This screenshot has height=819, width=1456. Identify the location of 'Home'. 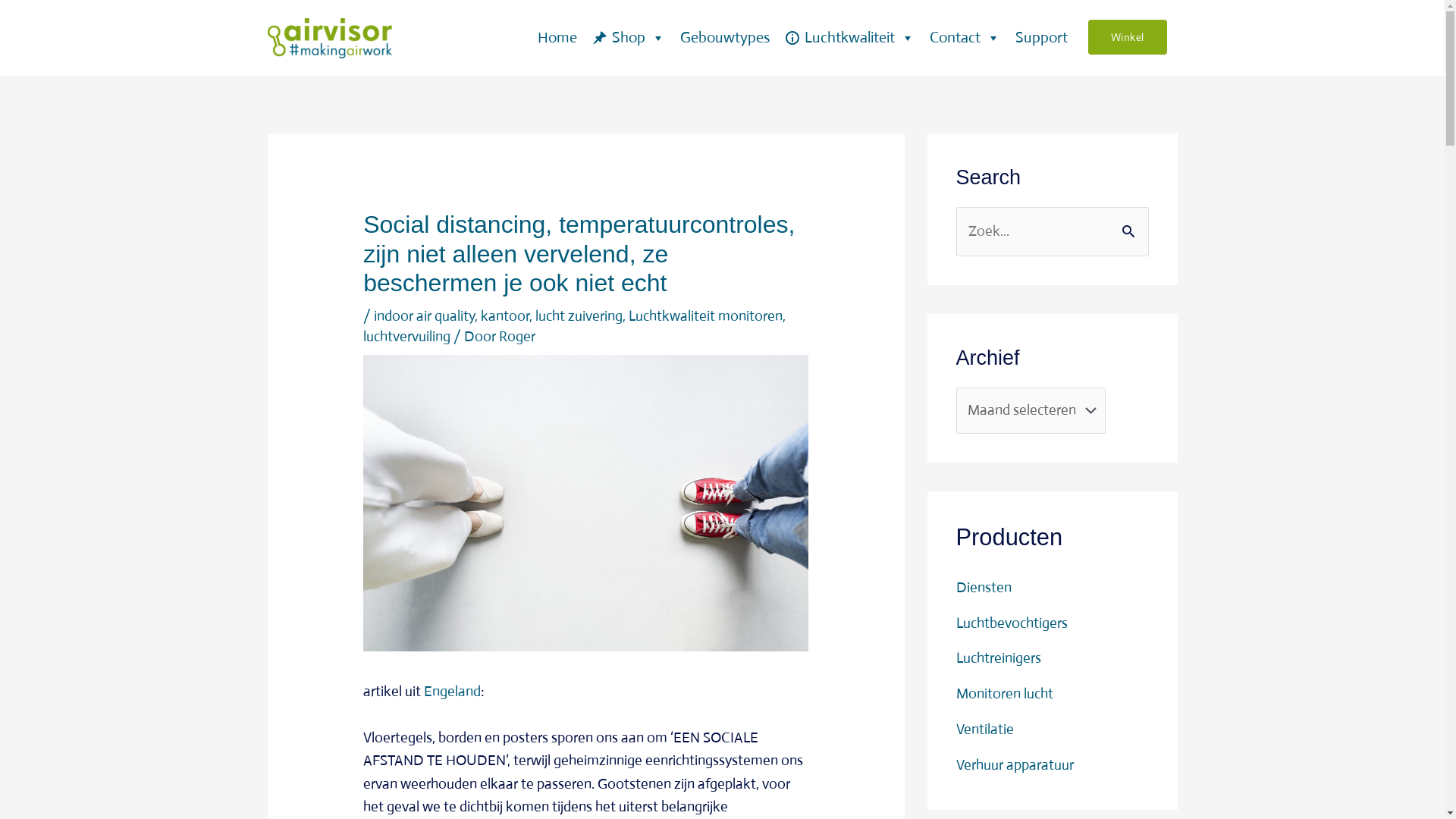
(556, 37).